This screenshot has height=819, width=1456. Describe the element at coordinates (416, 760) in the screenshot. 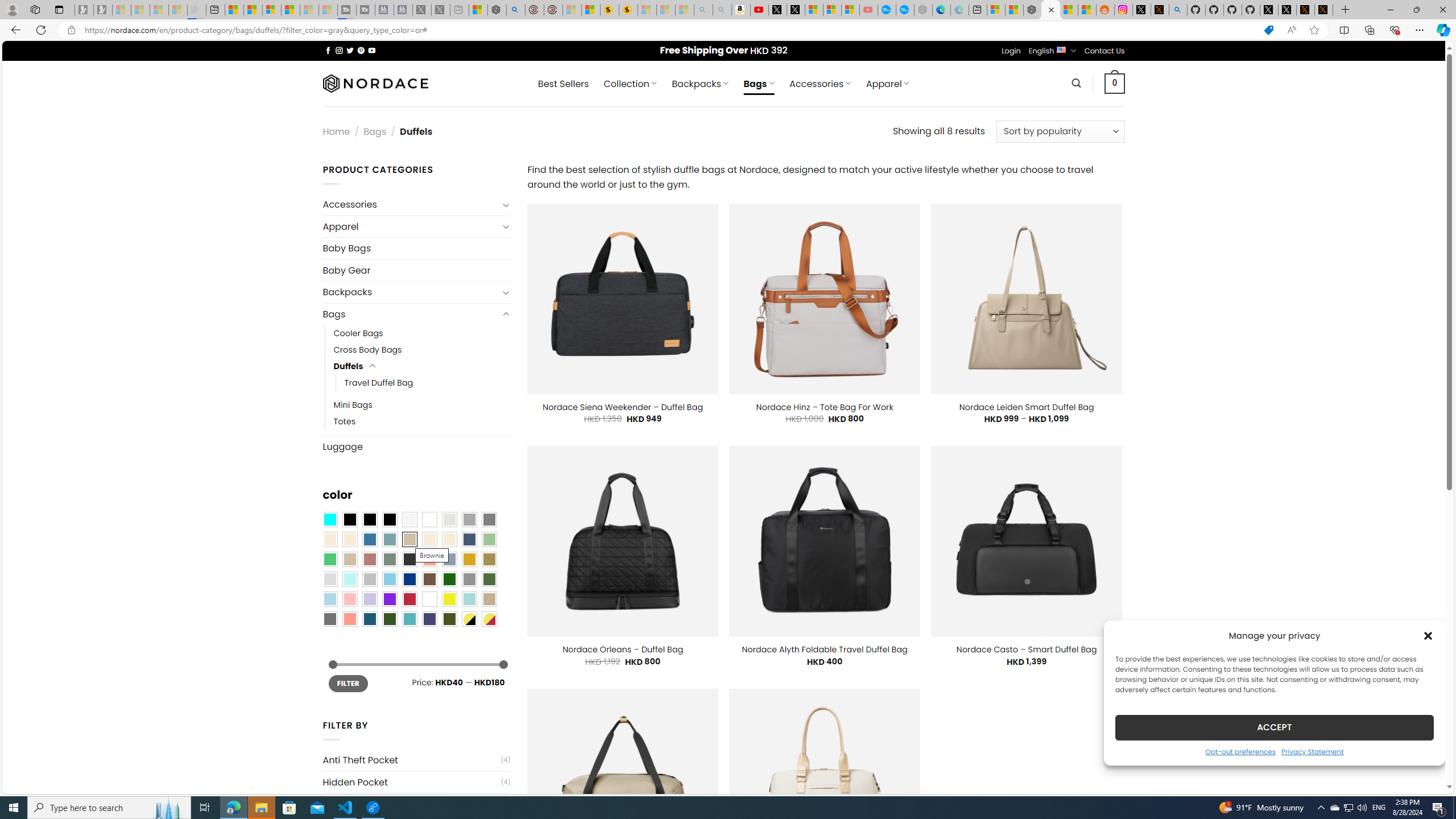

I see `'Anti Theft Pocket(4)'` at that location.